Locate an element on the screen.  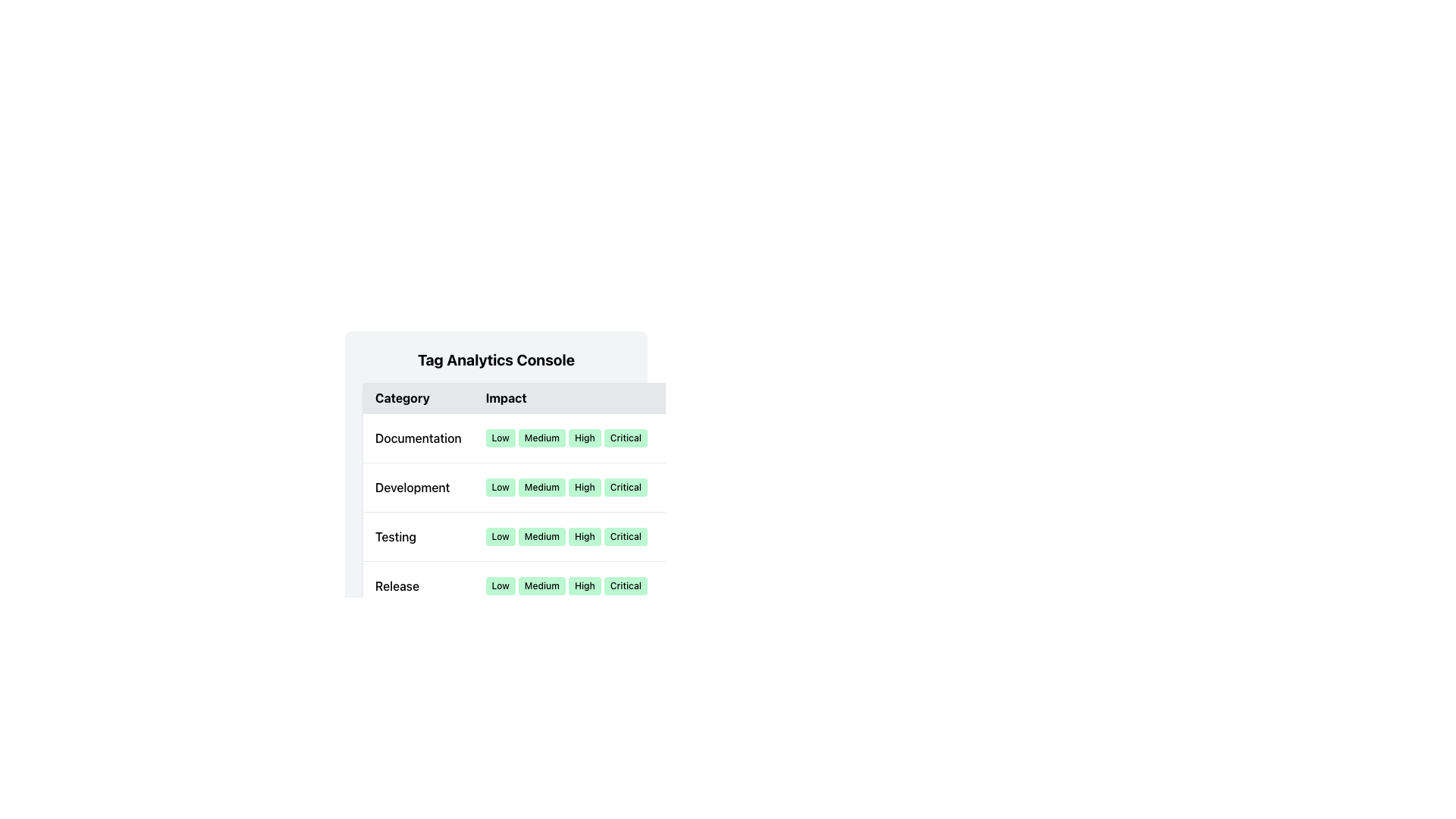
the 'Low' tag or label, which is the first item in a row of impact level labels within the analytics interface is located at coordinates (500, 585).